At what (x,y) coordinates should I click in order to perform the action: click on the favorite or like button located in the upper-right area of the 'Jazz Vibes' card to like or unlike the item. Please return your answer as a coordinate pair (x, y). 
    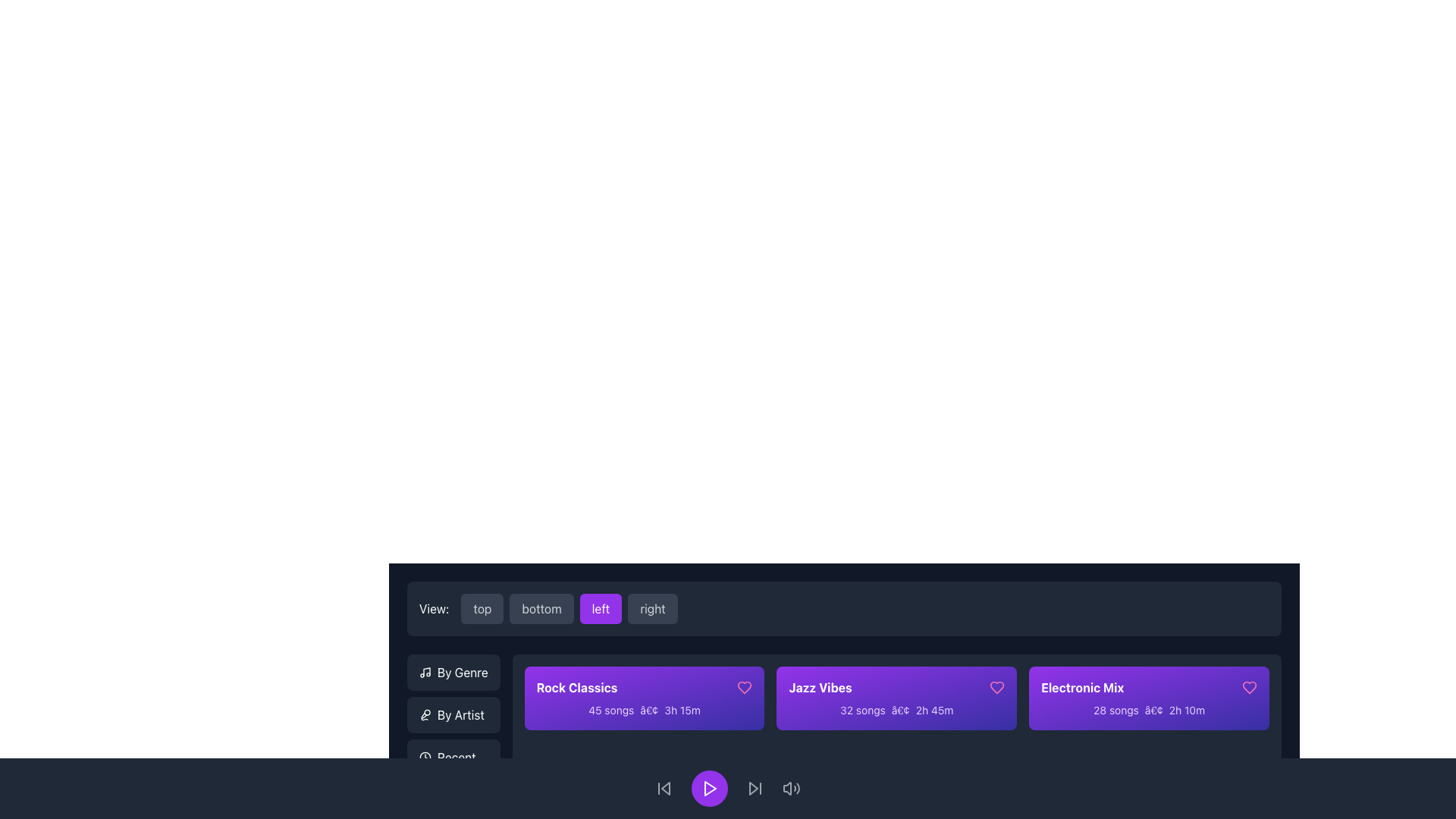
    Looking at the image, I should click on (997, 687).